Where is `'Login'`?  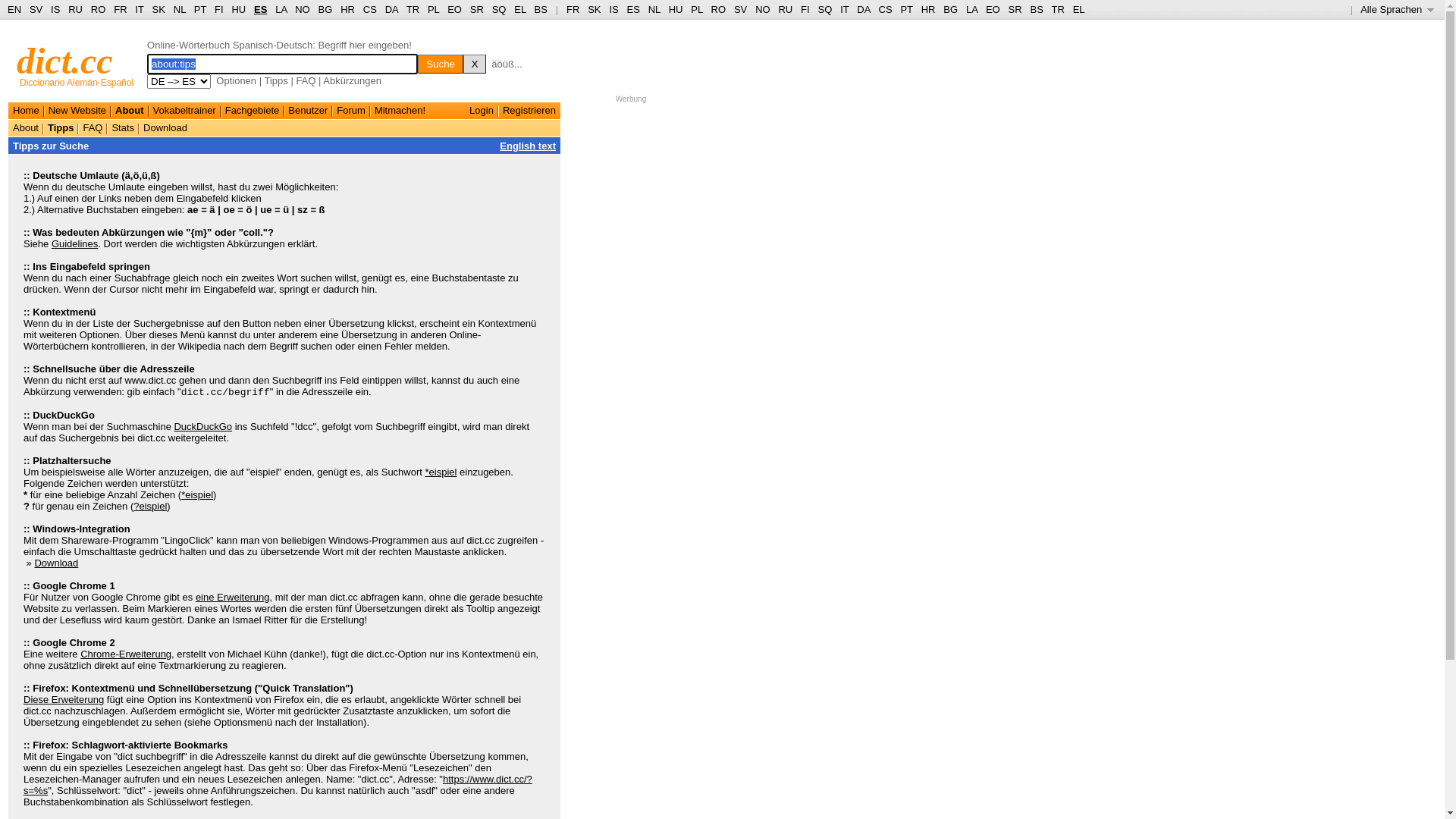 'Login' is located at coordinates (480, 109).